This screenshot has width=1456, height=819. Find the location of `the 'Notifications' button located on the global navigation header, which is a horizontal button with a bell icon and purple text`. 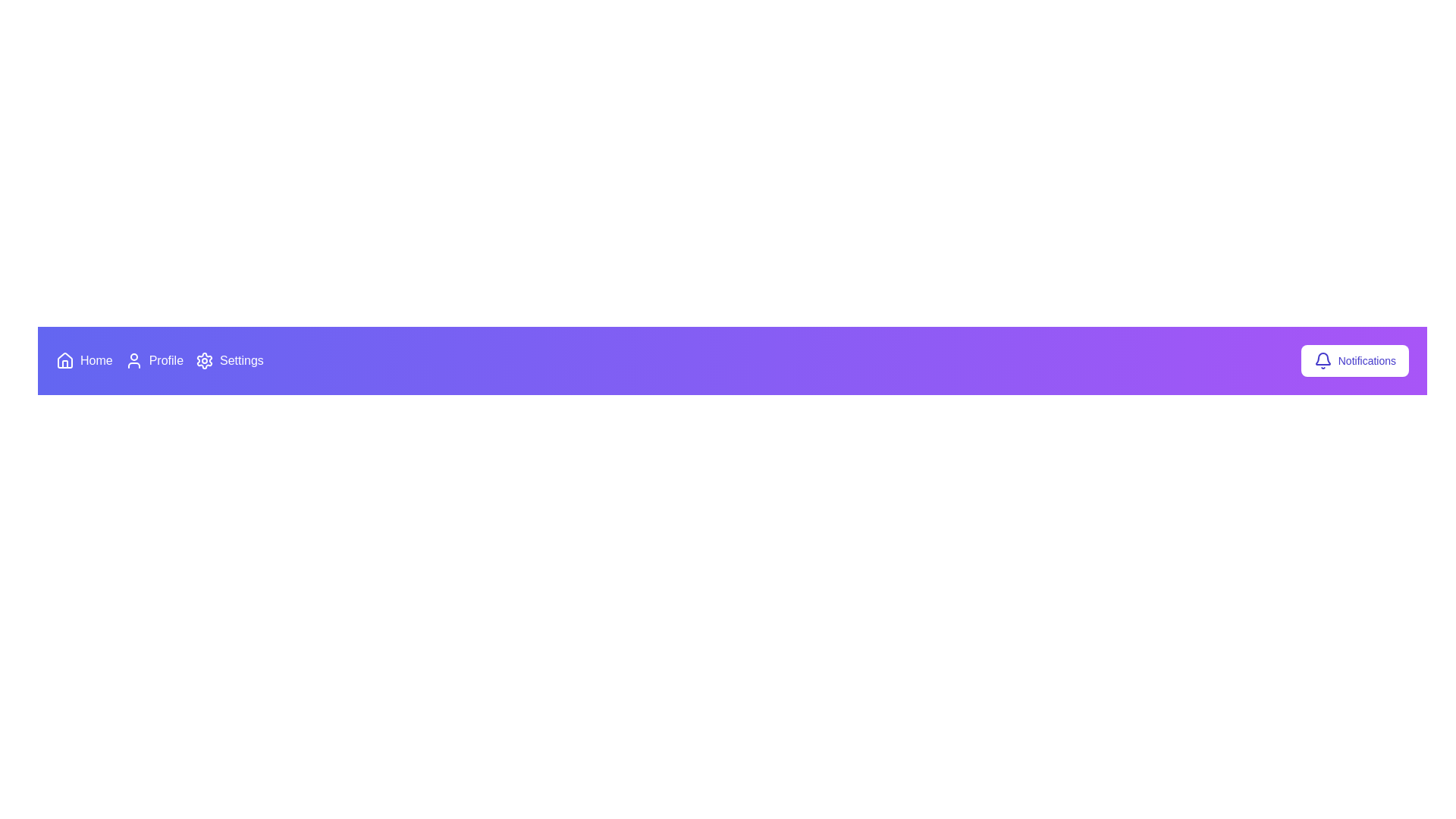

the 'Notifications' button located on the global navigation header, which is a horizontal button with a bell icon and purple text is located at coordinates (1354, 360).